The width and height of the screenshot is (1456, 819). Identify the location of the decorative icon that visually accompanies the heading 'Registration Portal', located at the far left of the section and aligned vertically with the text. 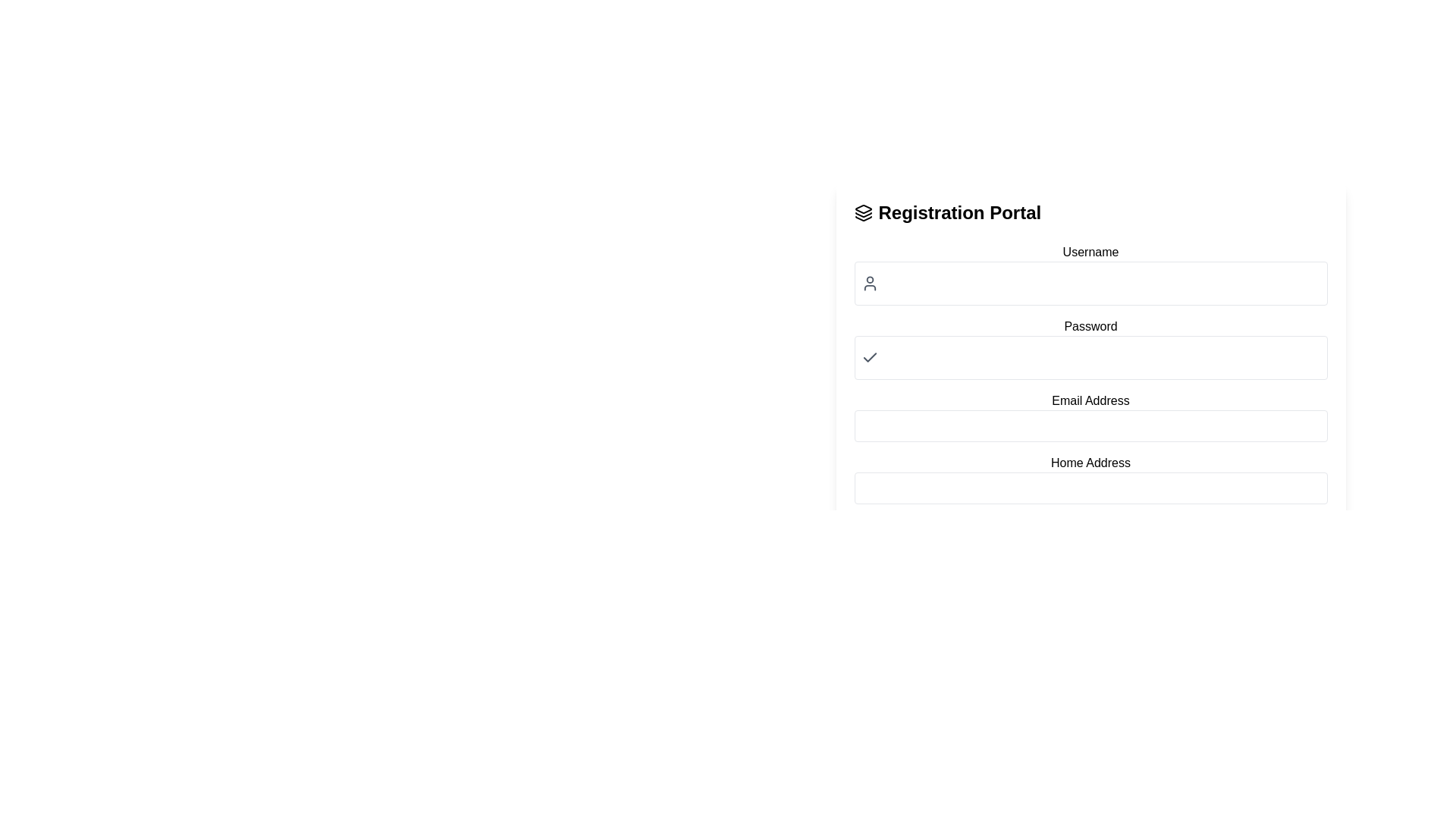
(863, 213).